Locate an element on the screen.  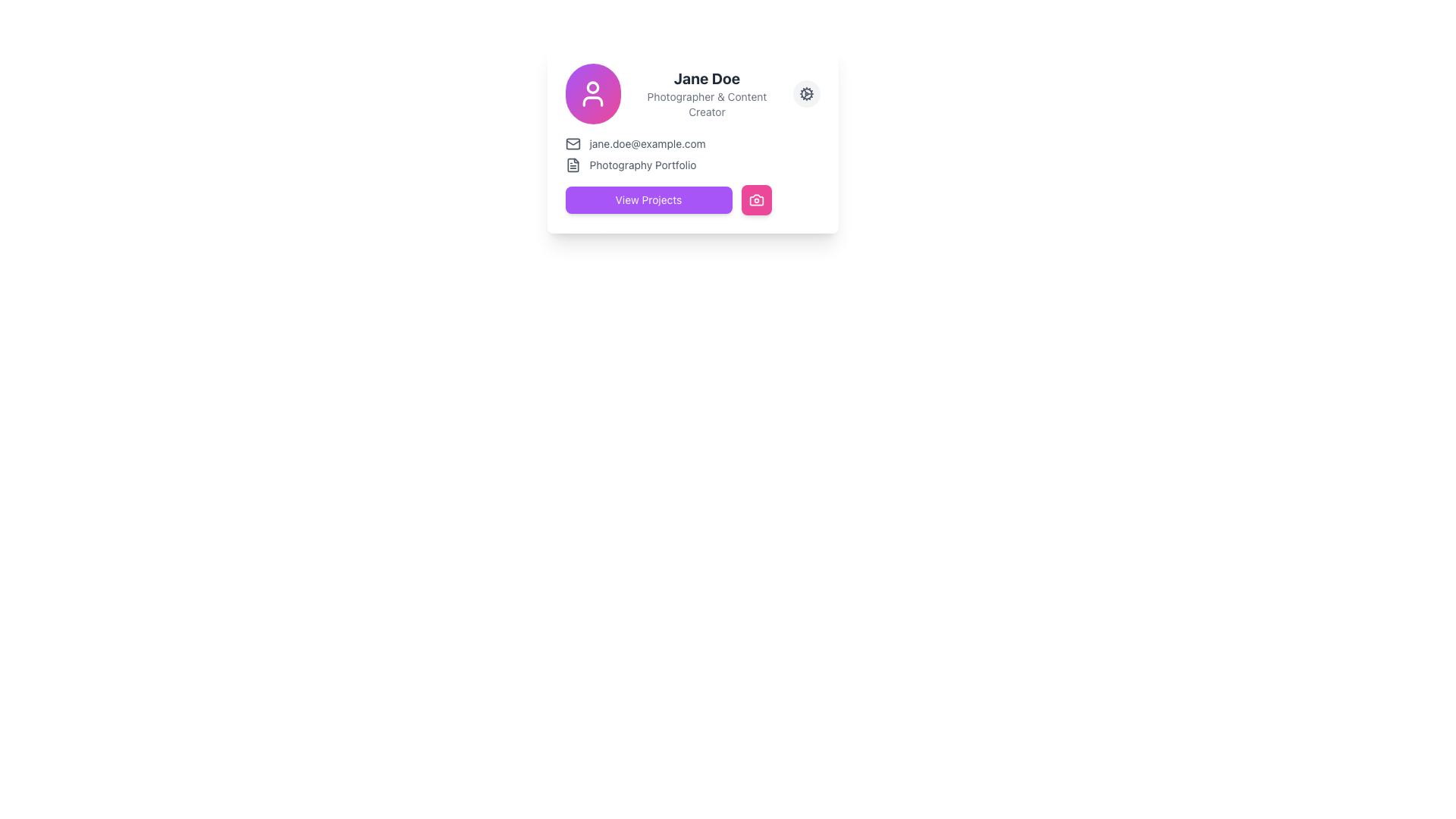
SVG circle element that is part of the user profile icon located at the center of the avatar icon in the header section of the profile card is located at coordinates (592, 87).